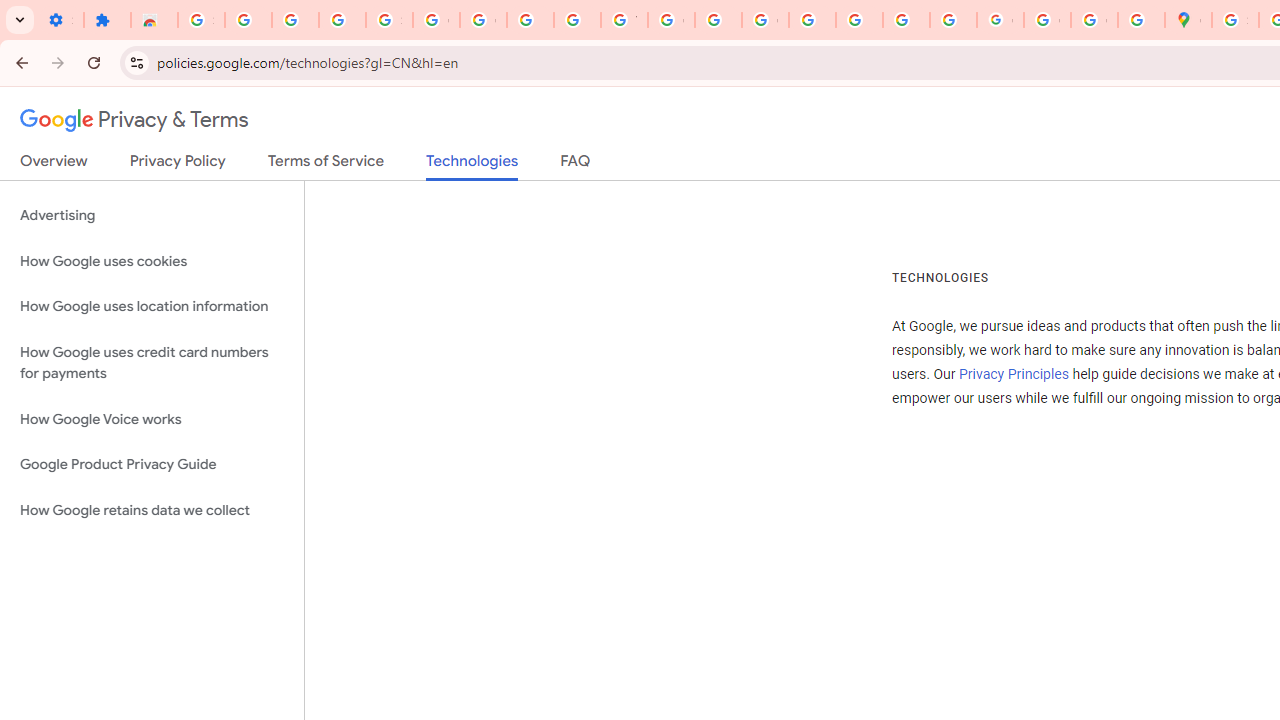 The height and width of the screenshot is (720, 1280). I want to click on 'FAQ', so click(575, 164).